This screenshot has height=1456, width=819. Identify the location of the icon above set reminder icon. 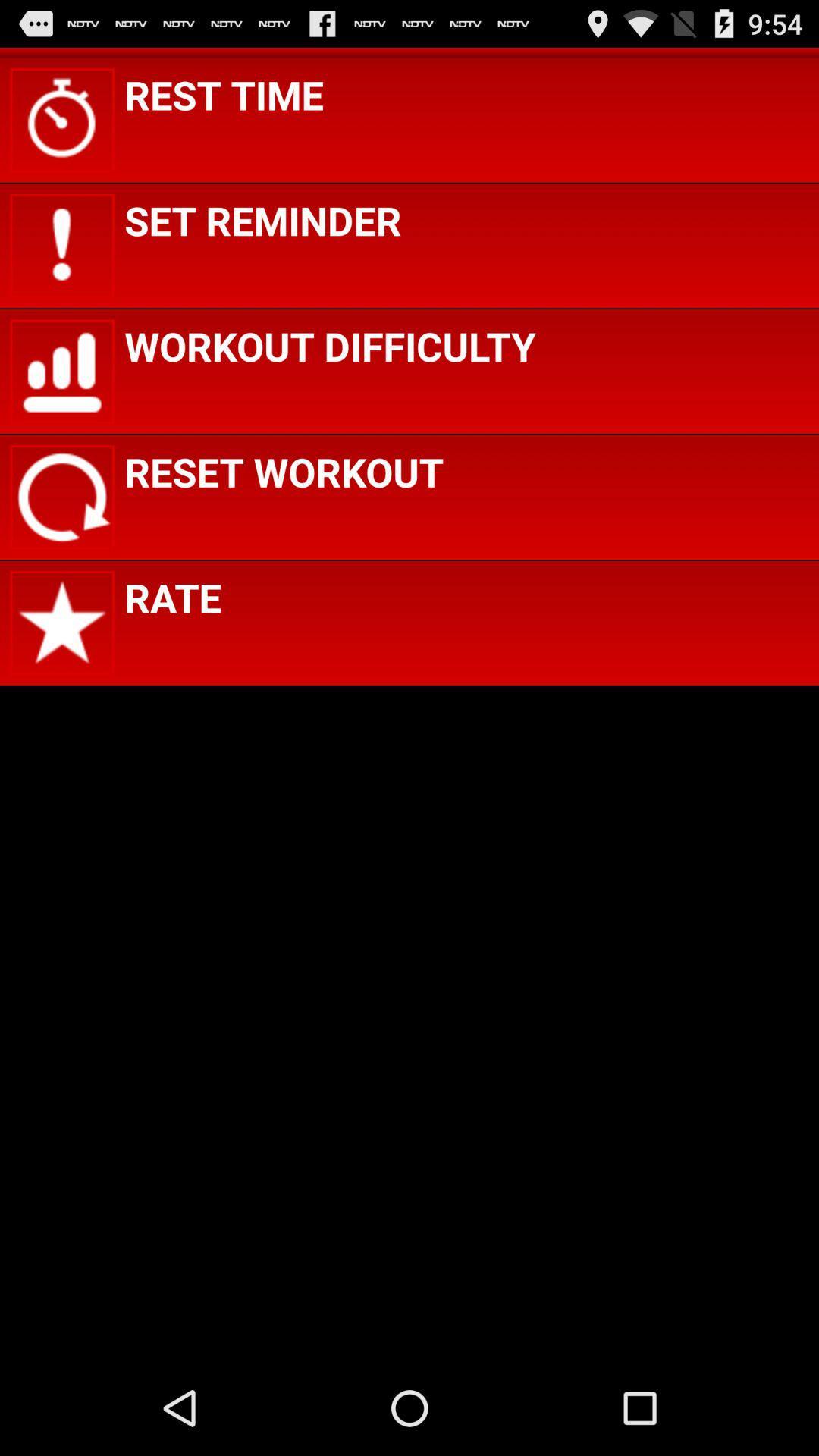
(224, 93).